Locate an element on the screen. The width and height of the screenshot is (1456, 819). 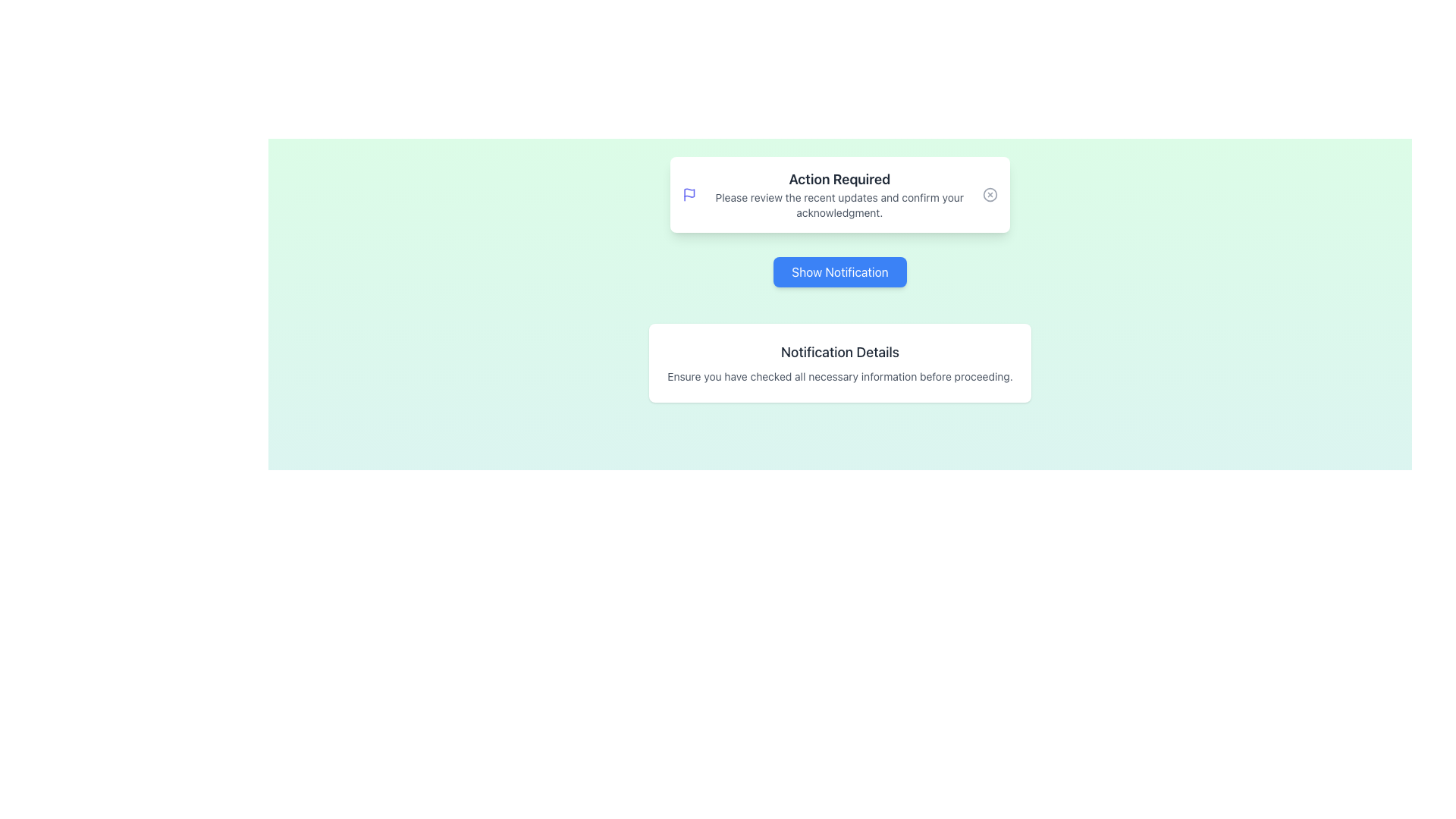
the informational text label located underneath the 'Notification Details' header within the white card component, which prompts the user to verify details before proceeding is located at coordinates (839, 376).